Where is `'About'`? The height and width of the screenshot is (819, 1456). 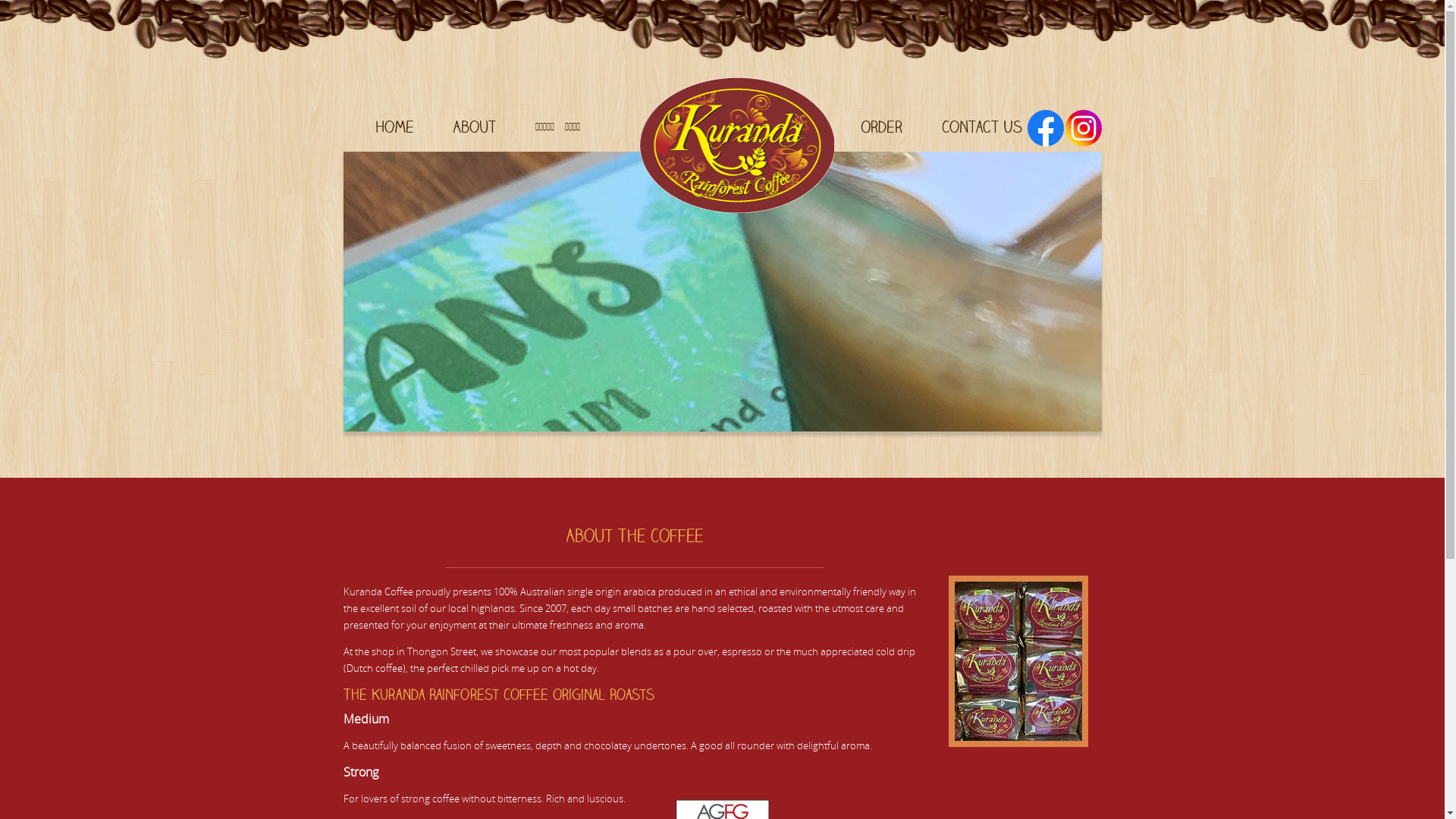
'About' is located at coordinates (473, 125).